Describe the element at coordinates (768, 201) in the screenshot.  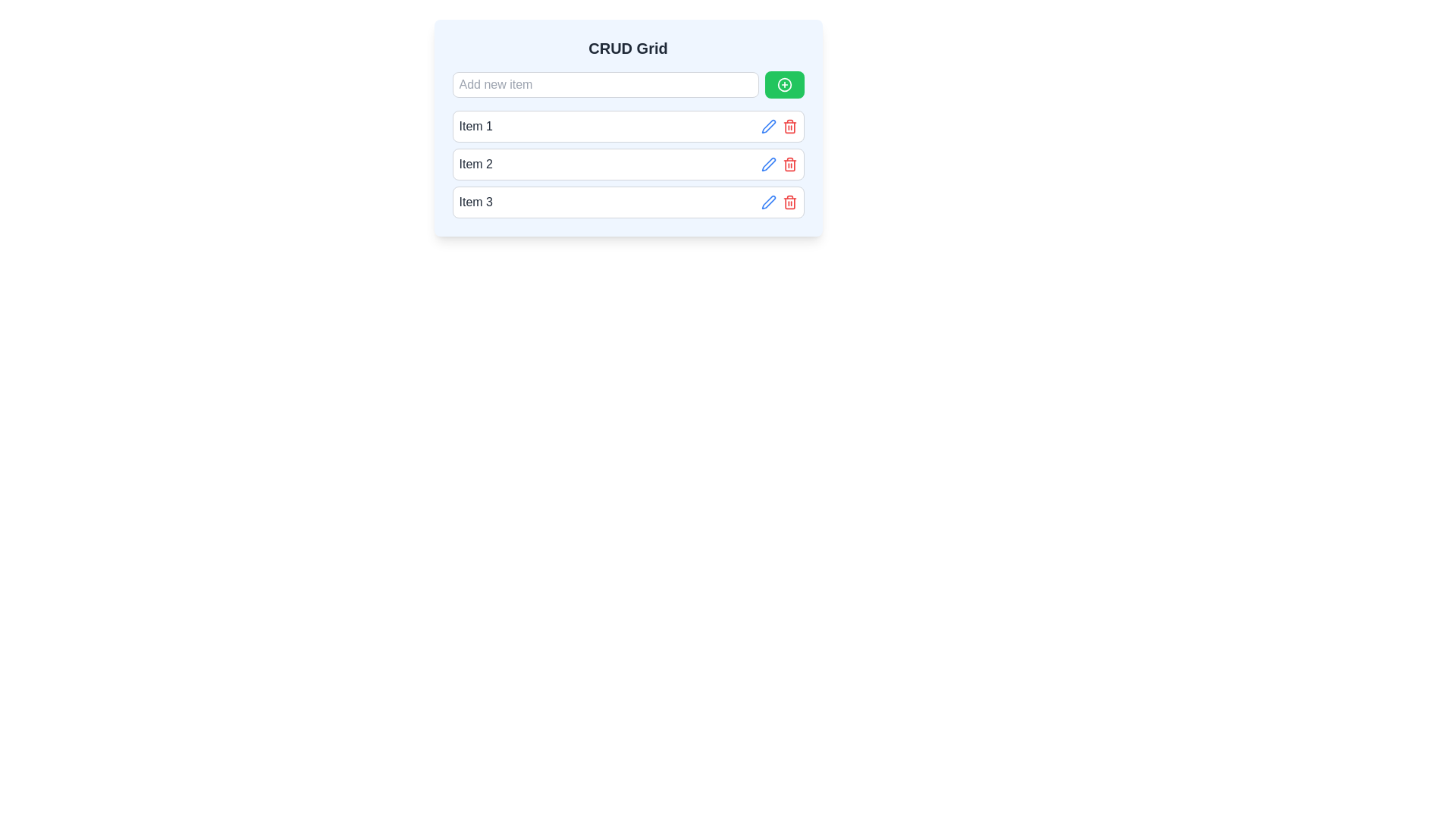
I see `the 'Edit' button icon located in the second position among the icons on the right side of each row in the CRUD grid` at that location.